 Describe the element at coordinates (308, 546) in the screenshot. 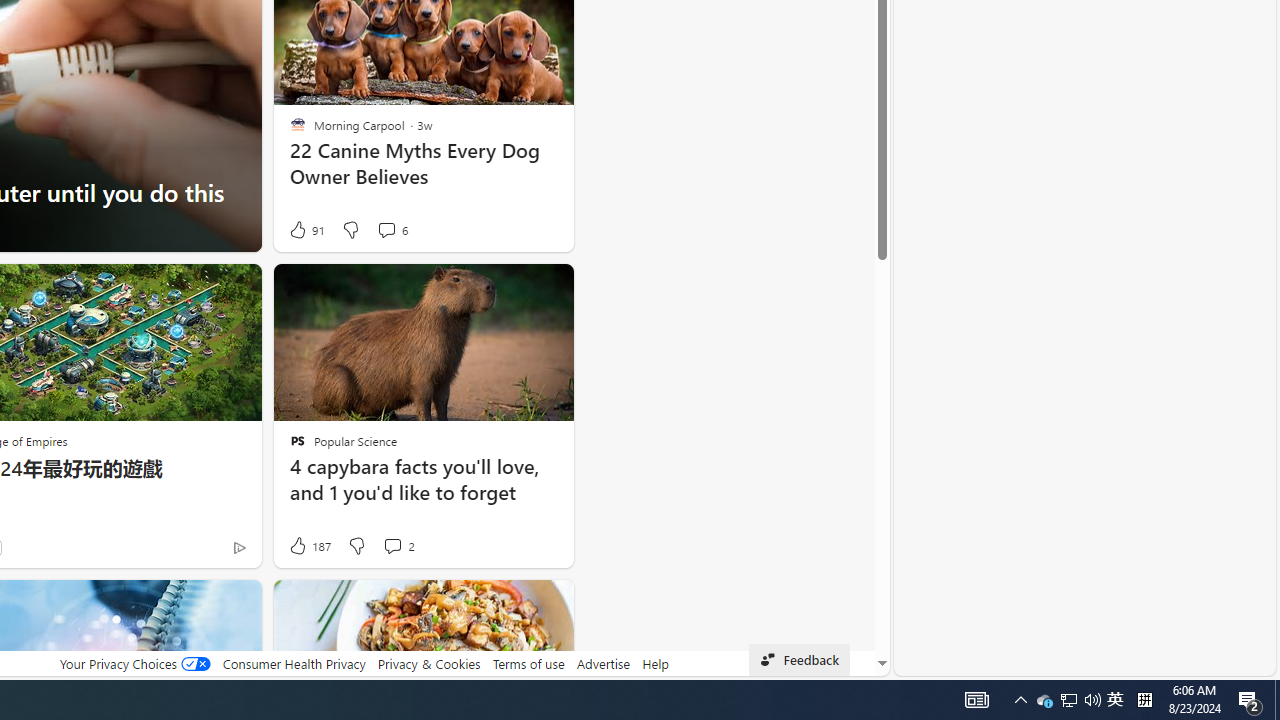

I see `'187 Like'` at that location.